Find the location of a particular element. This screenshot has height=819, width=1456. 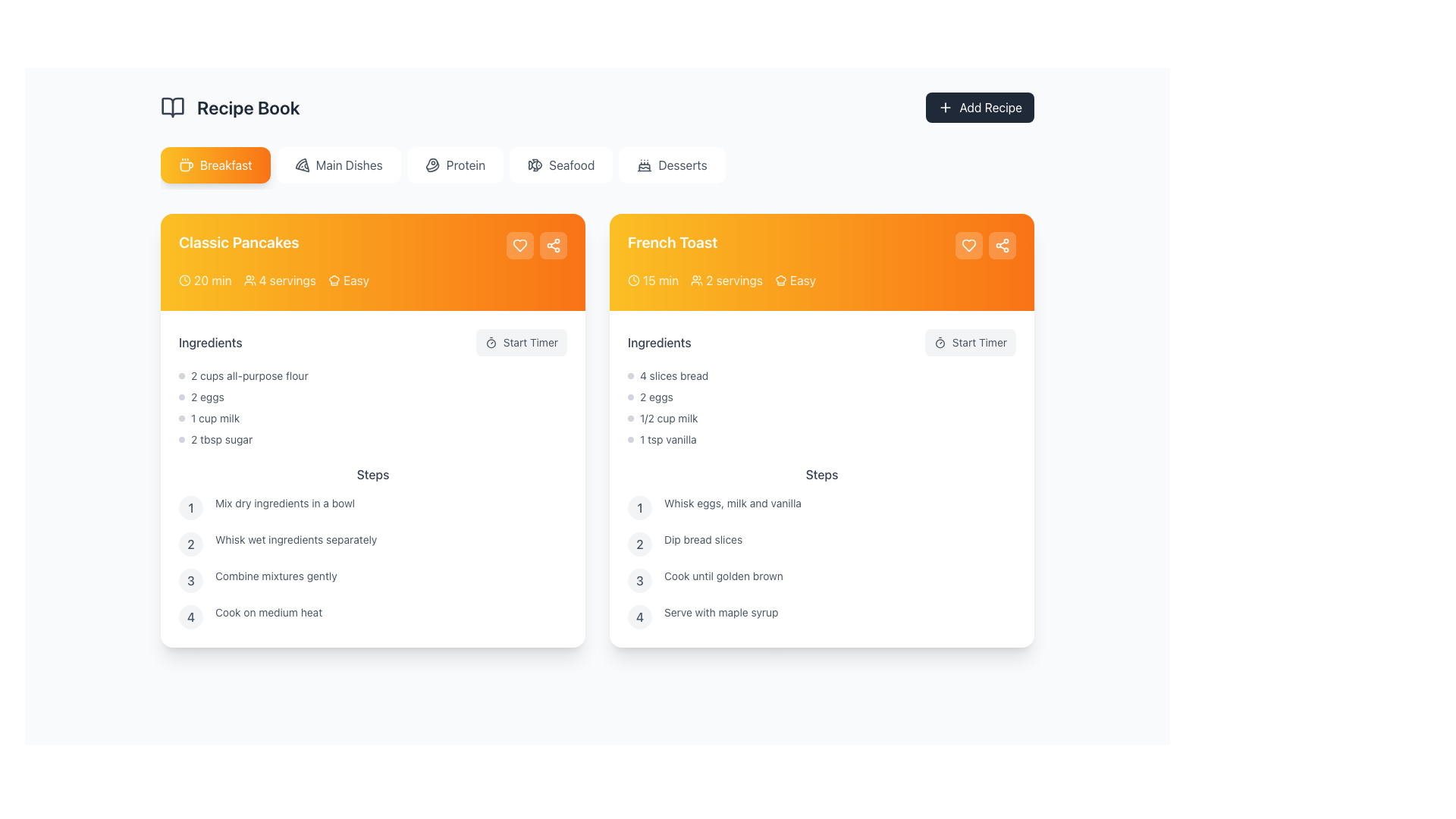

the chef's hat icon located to the left of the 'Easy' label on the 'French Toast' recipe card in the top-right corner is located at coordinates (780, 281).